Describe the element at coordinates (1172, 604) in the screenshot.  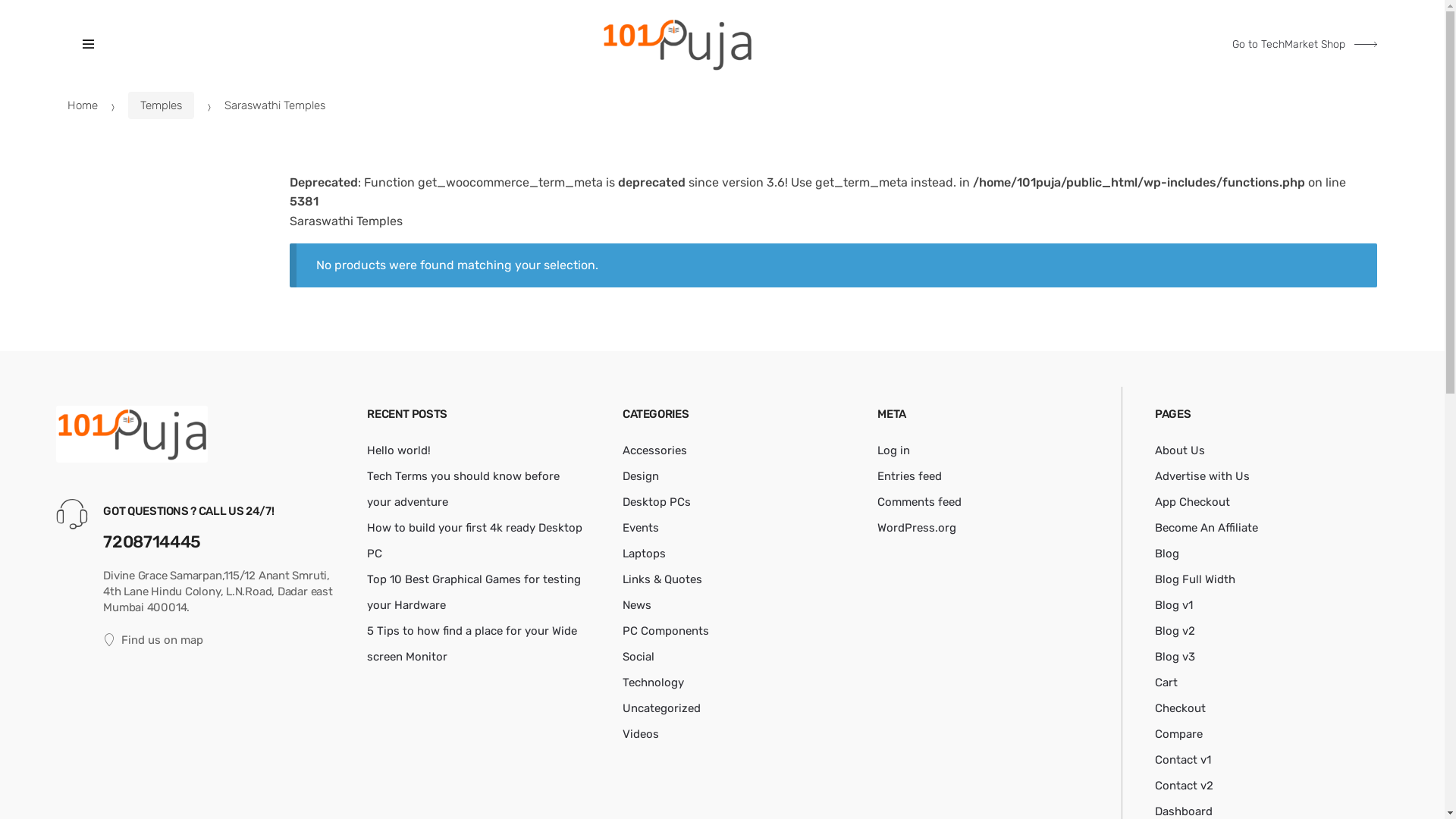
I see `'Blog v1'` at that location.